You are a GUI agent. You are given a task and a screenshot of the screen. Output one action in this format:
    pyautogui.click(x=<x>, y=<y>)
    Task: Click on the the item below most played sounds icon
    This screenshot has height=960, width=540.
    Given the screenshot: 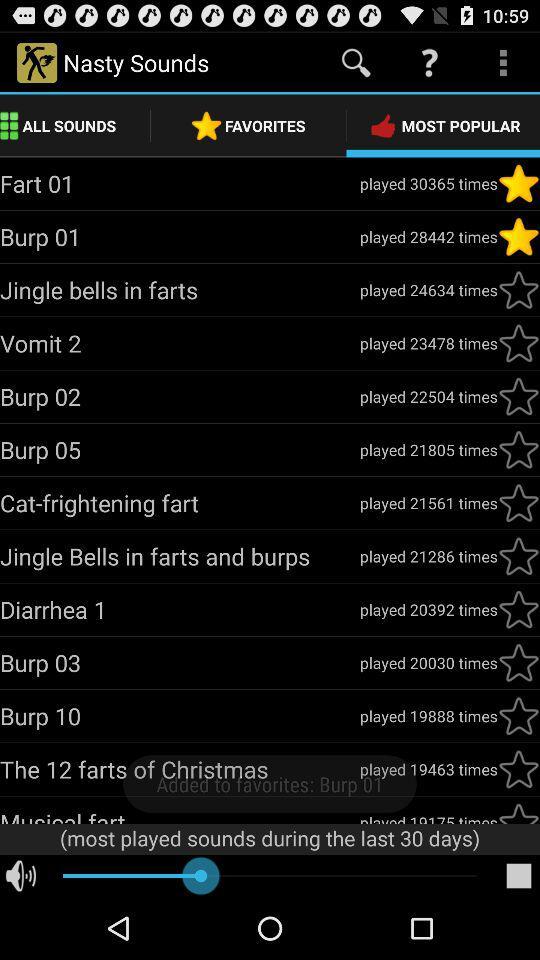 What is the action you would take?
    pyautogui.click(x=518, y=875)
    